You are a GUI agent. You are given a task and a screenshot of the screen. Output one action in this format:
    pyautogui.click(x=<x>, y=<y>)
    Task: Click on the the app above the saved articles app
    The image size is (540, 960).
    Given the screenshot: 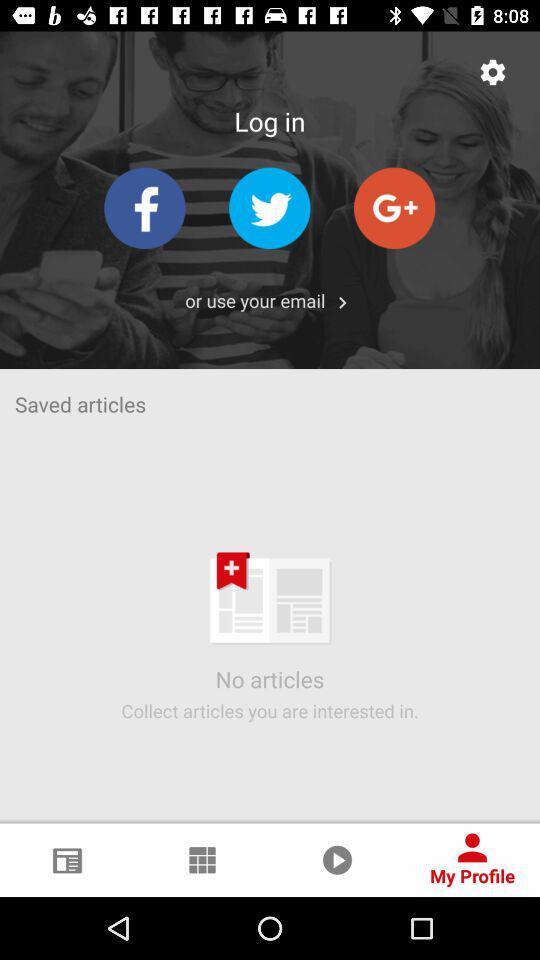 What is the action you would take?
    pyautogui.click(x=255, y=299)
    